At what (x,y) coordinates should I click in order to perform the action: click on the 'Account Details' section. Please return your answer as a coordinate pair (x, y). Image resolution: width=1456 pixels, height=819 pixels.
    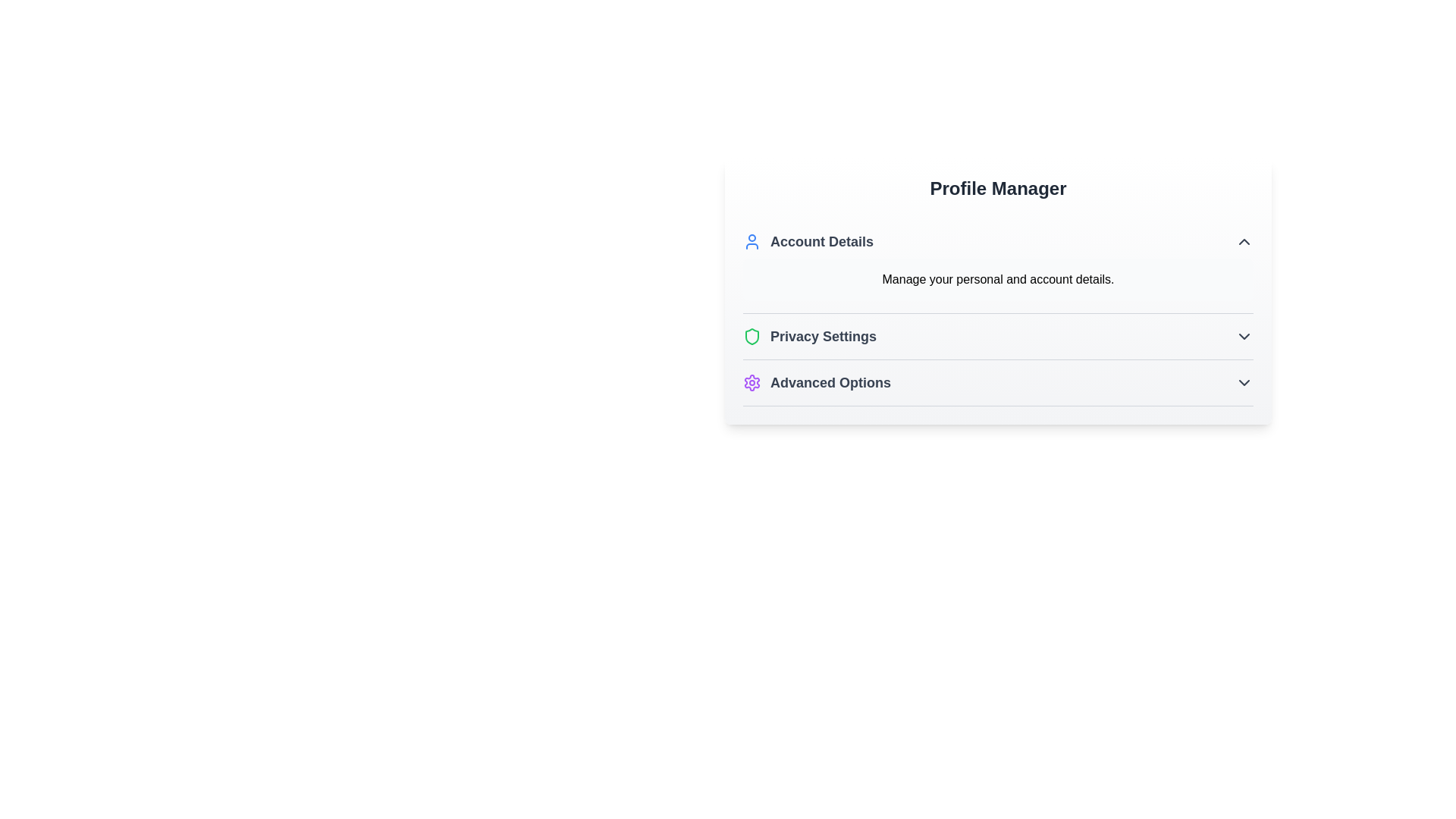
    Looking at the image, I should click on (998, 265).